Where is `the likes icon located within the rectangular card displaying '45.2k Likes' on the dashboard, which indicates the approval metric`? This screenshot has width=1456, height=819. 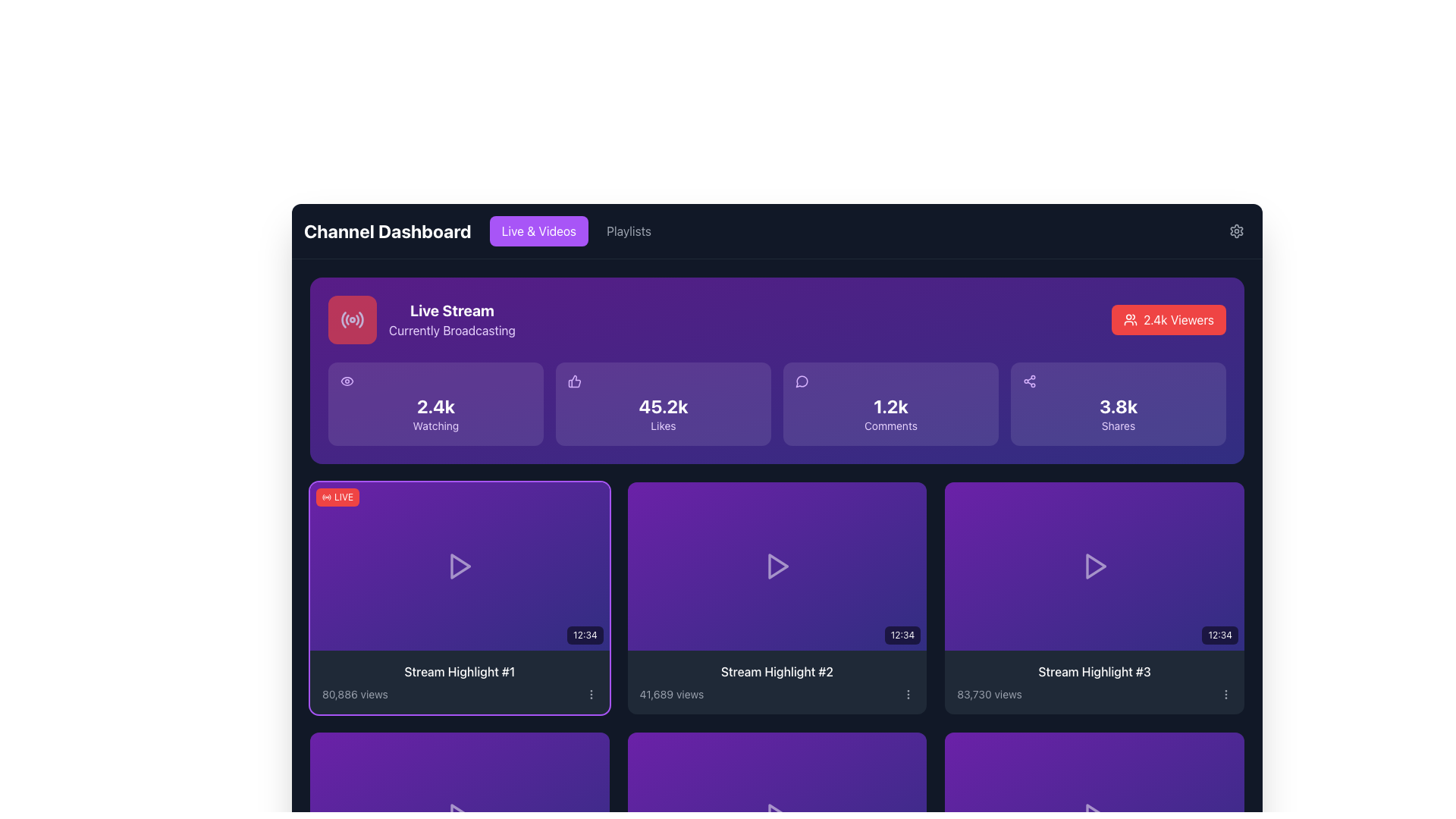 the likes icon located within the rectangular card displaying '45.2k Likes' on the dashboard, which indicates the approval metric is located at coordinates (574, 380).